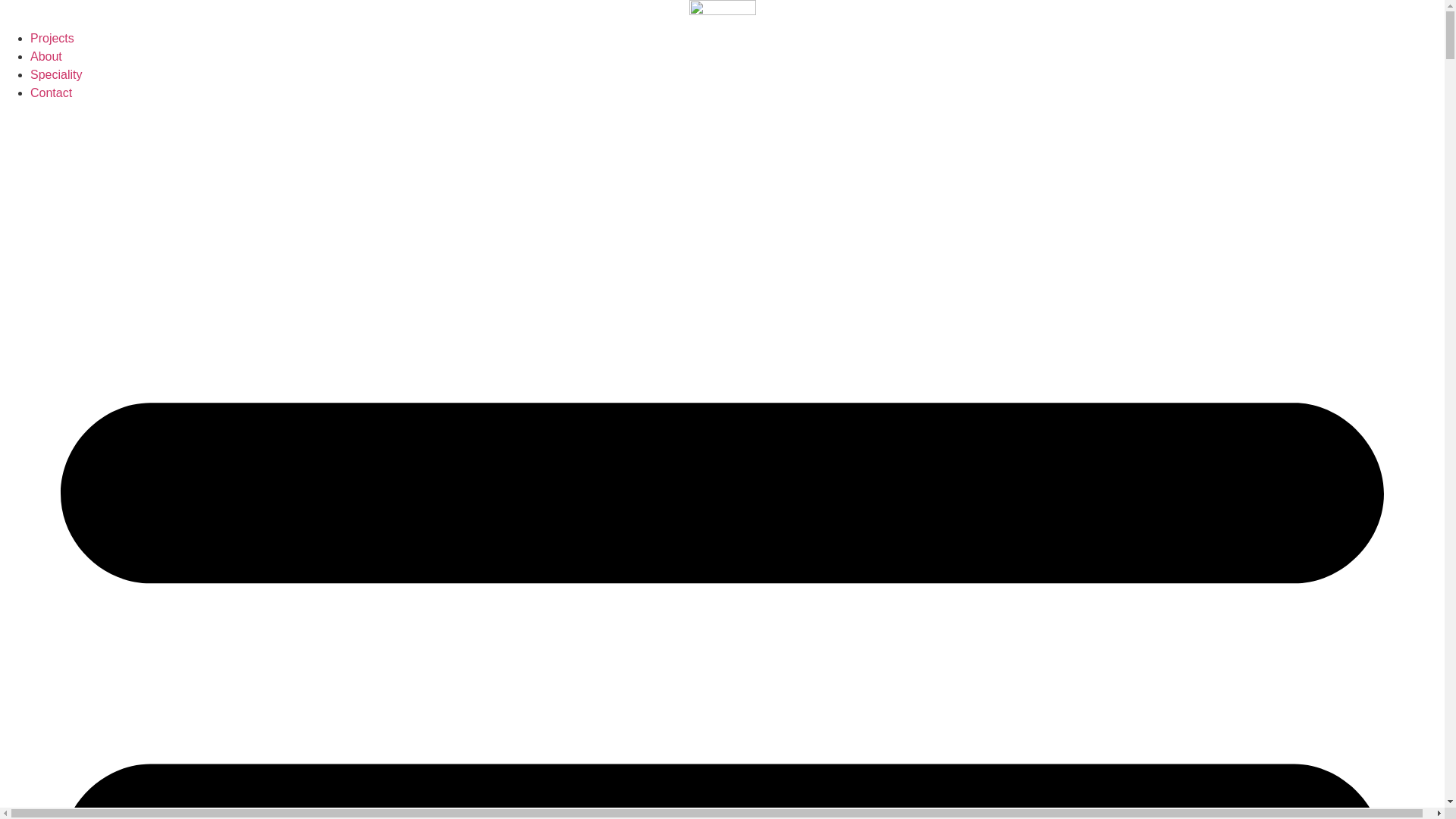 This screenshot has width=1456, height=819. What do you see at coordinates (30, 93) in the screenshot?
I see `'Contact'` at bounding box center [30, 93].